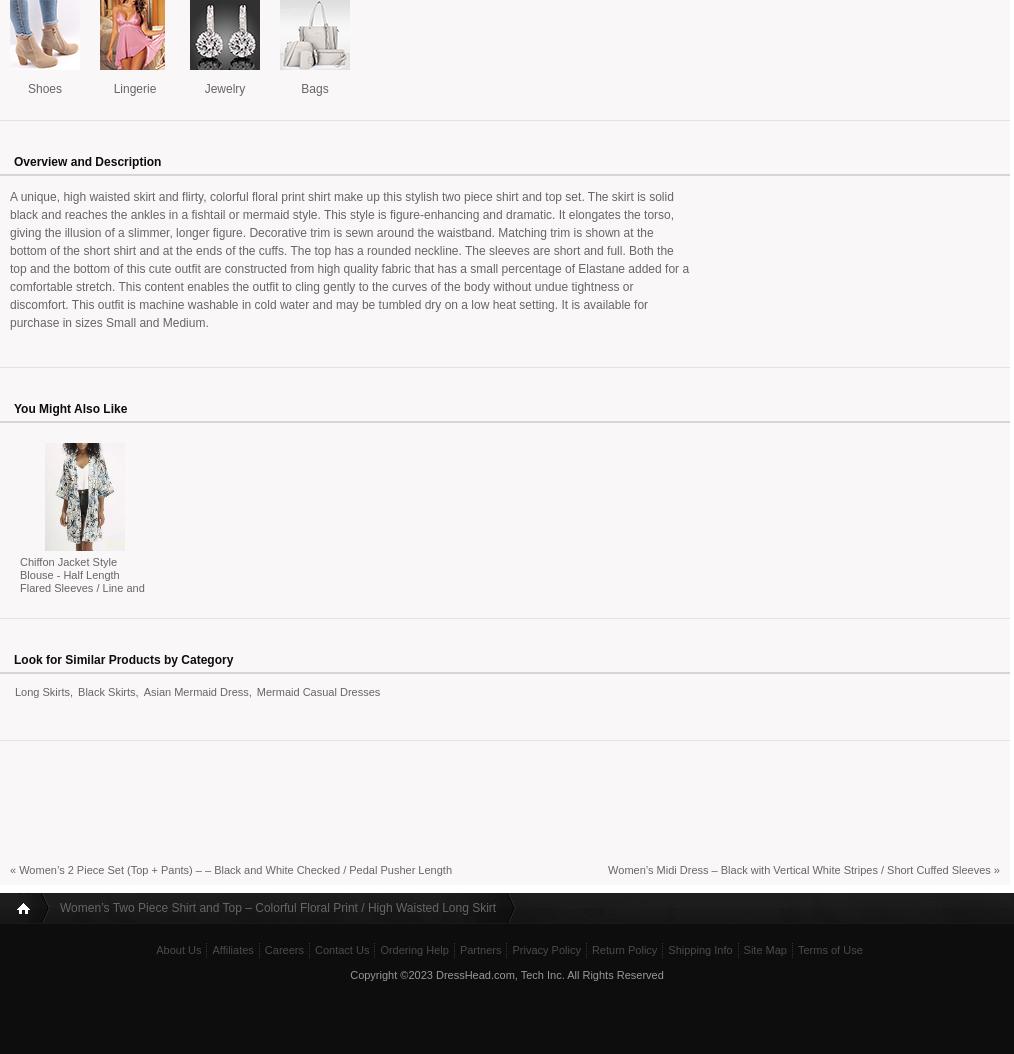 This screenshot has height=1054, width=1014. Describe the element at coordinates (69, 407) in the screenshot. I see `'You Might Also Like'` at that location.